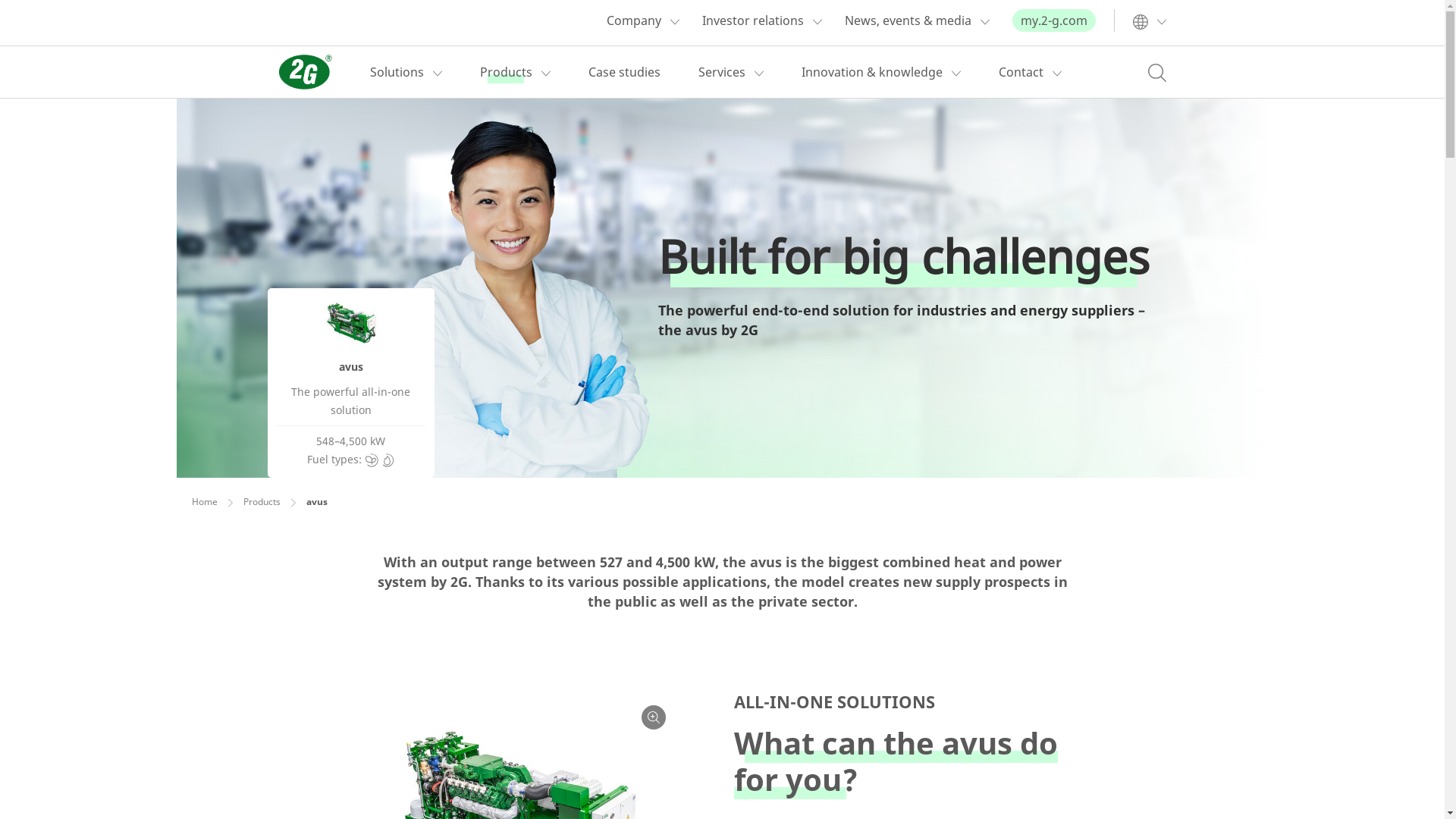  What do you see at coordinates (1020, 72) in the screenshot?
I see `'Contact'` at bounding box center [1020, 72].